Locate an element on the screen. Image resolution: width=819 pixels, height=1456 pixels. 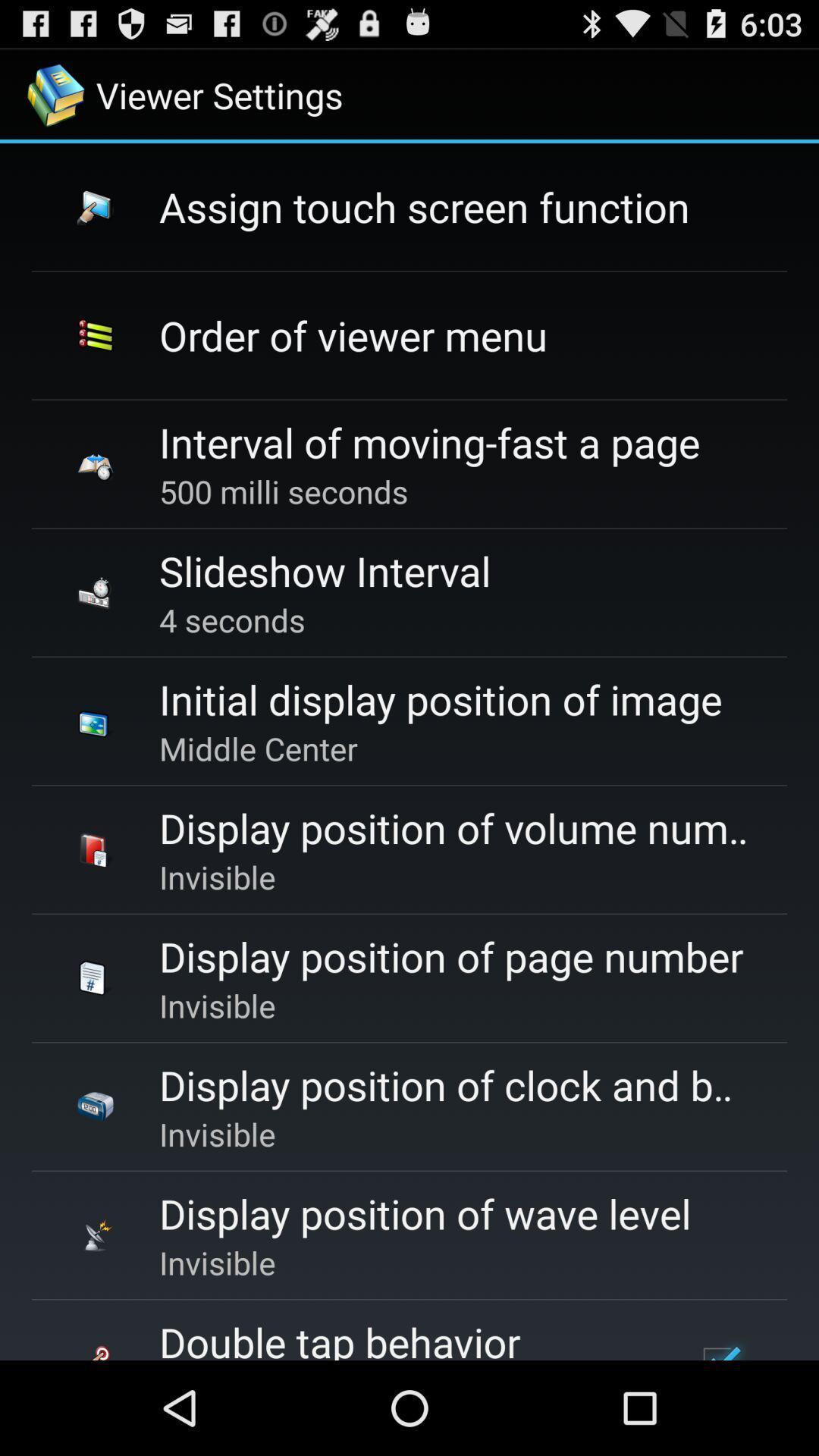
the image beside display position of page number is located at coordinates (96, 978).